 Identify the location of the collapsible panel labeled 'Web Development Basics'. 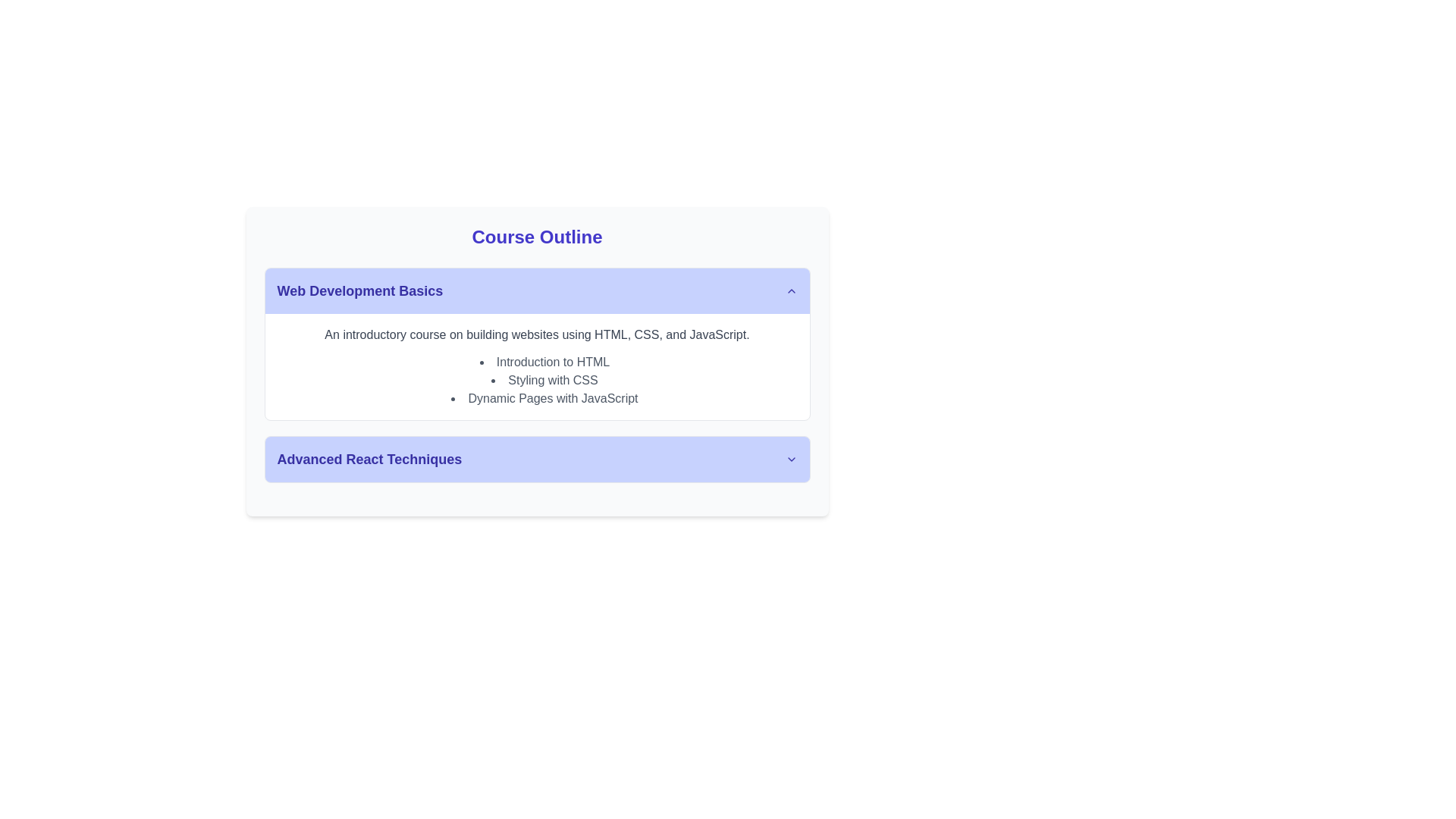
(537, 375).